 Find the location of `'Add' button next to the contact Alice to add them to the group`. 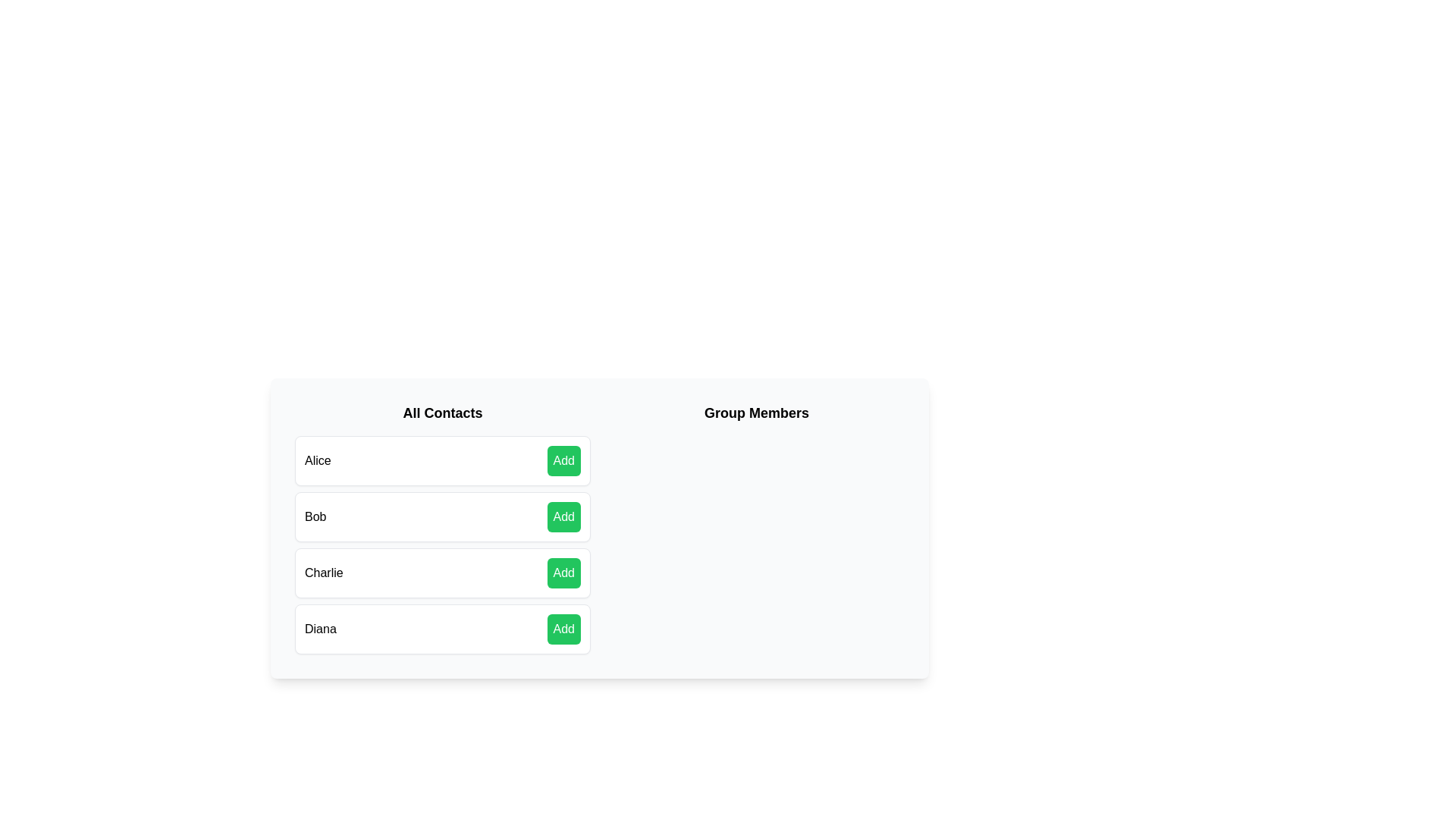

'Add' button next to the contact Alice to add them to the group is located at coordinates (563, 460).